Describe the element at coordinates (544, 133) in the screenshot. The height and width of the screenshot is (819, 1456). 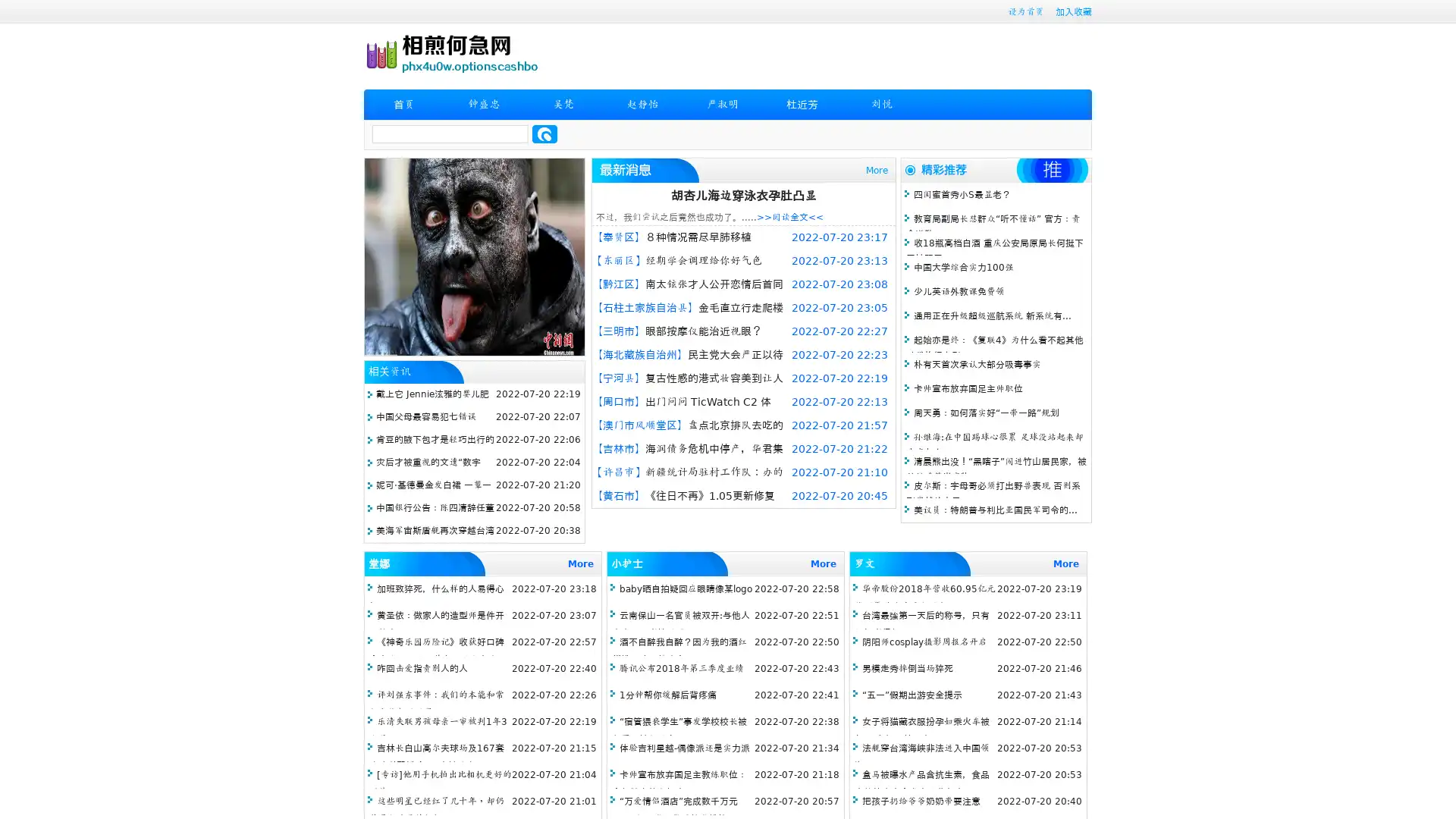
I see `Search` at that location.